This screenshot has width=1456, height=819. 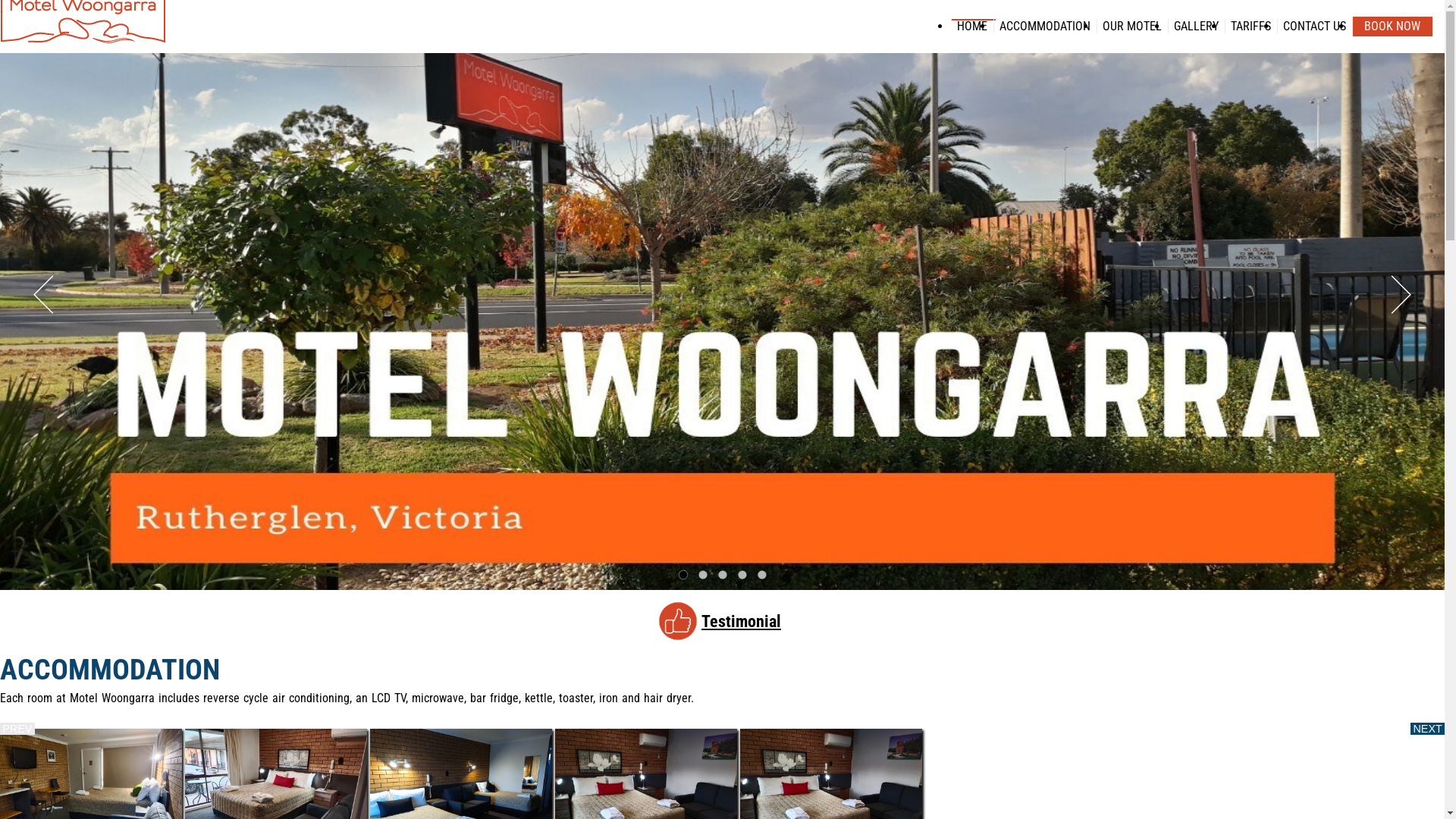 What do you see at coordinates (741, 620) in the screenshot?
I see `'Testimonial'` at bounding box center [741, 620].